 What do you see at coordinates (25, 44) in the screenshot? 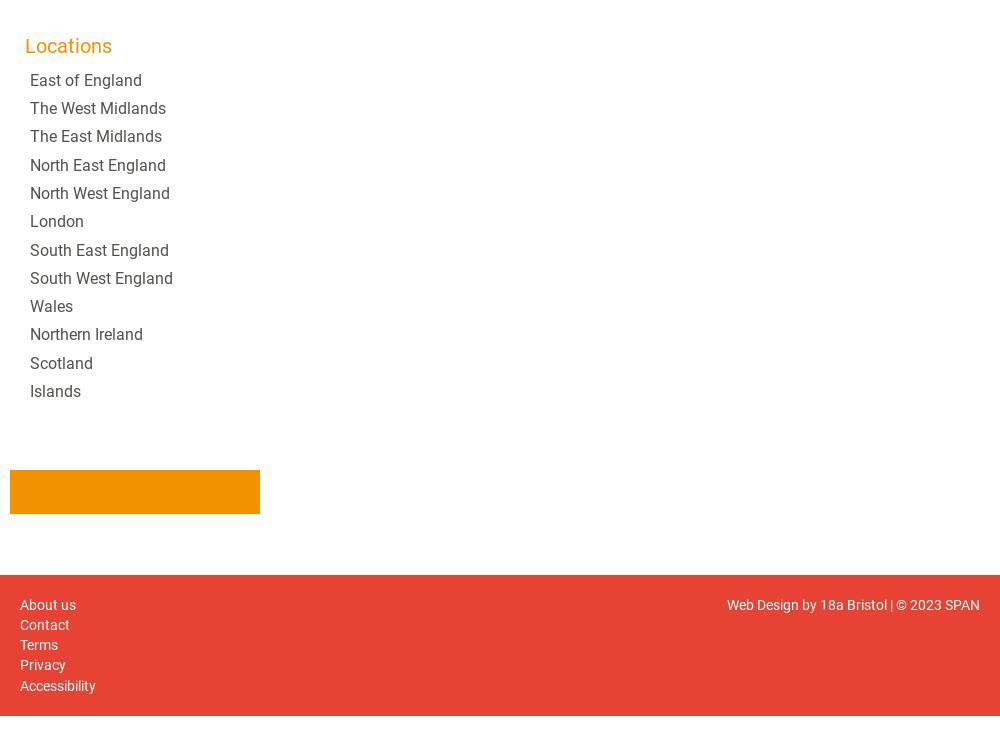
I see `'Locations'` at bounding box center [25, 44].